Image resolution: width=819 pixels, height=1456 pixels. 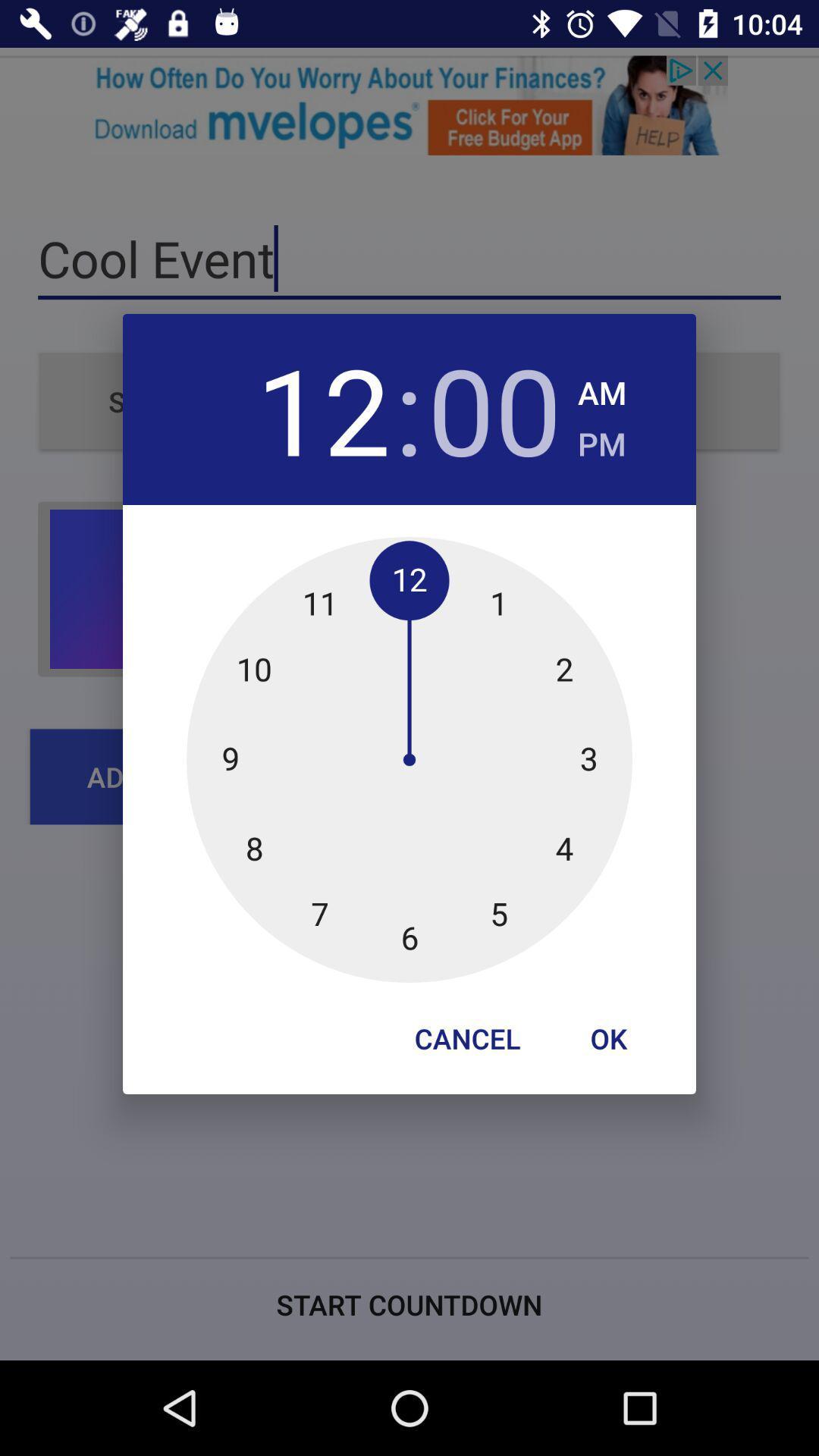 I want to click on the button at the bottom, so click(x=466, y=1037).